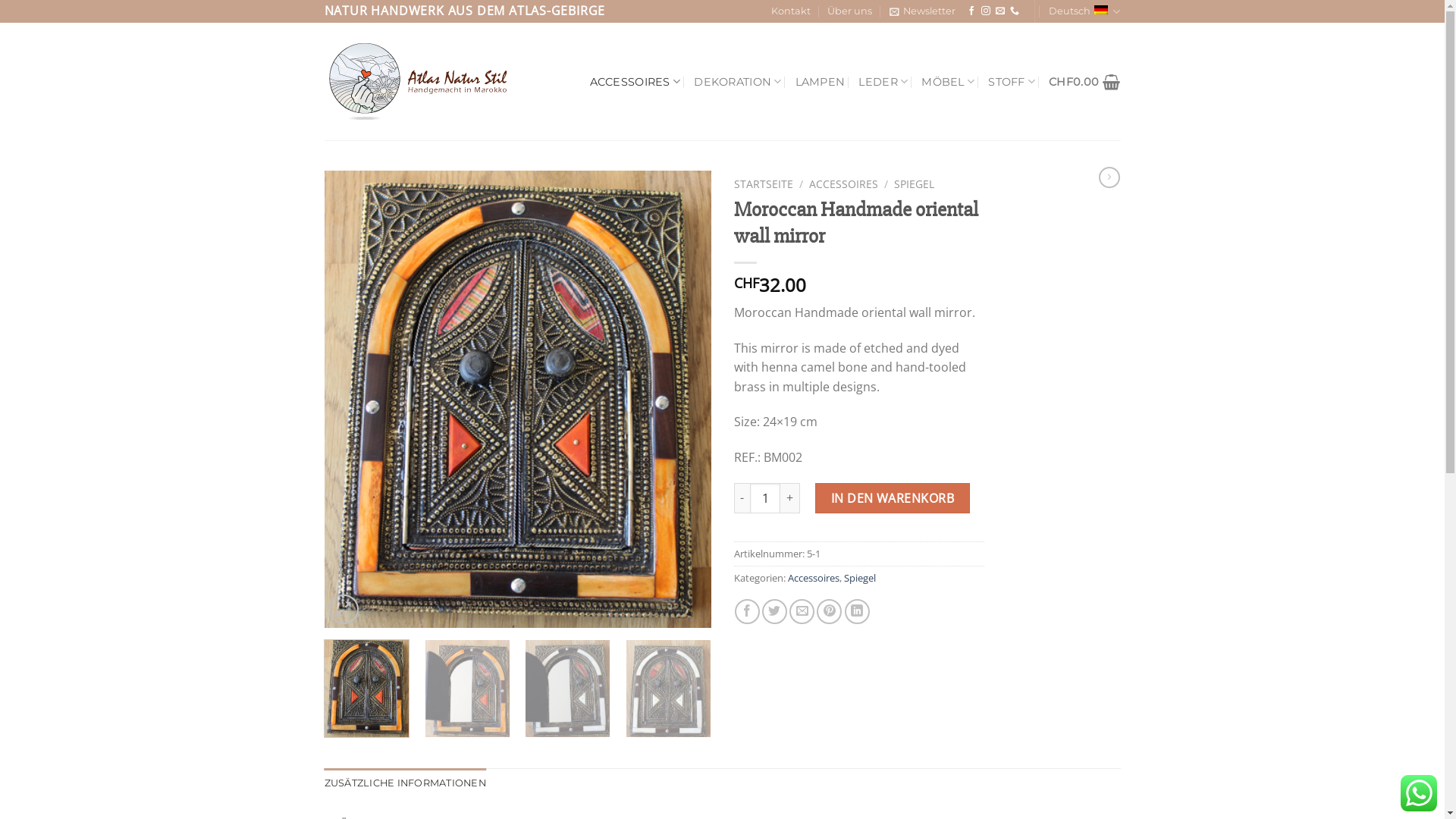 Image resolution: width=1456 pixels, height=819 pixels. I want to click on 'Spiegel', so click(858, 578).